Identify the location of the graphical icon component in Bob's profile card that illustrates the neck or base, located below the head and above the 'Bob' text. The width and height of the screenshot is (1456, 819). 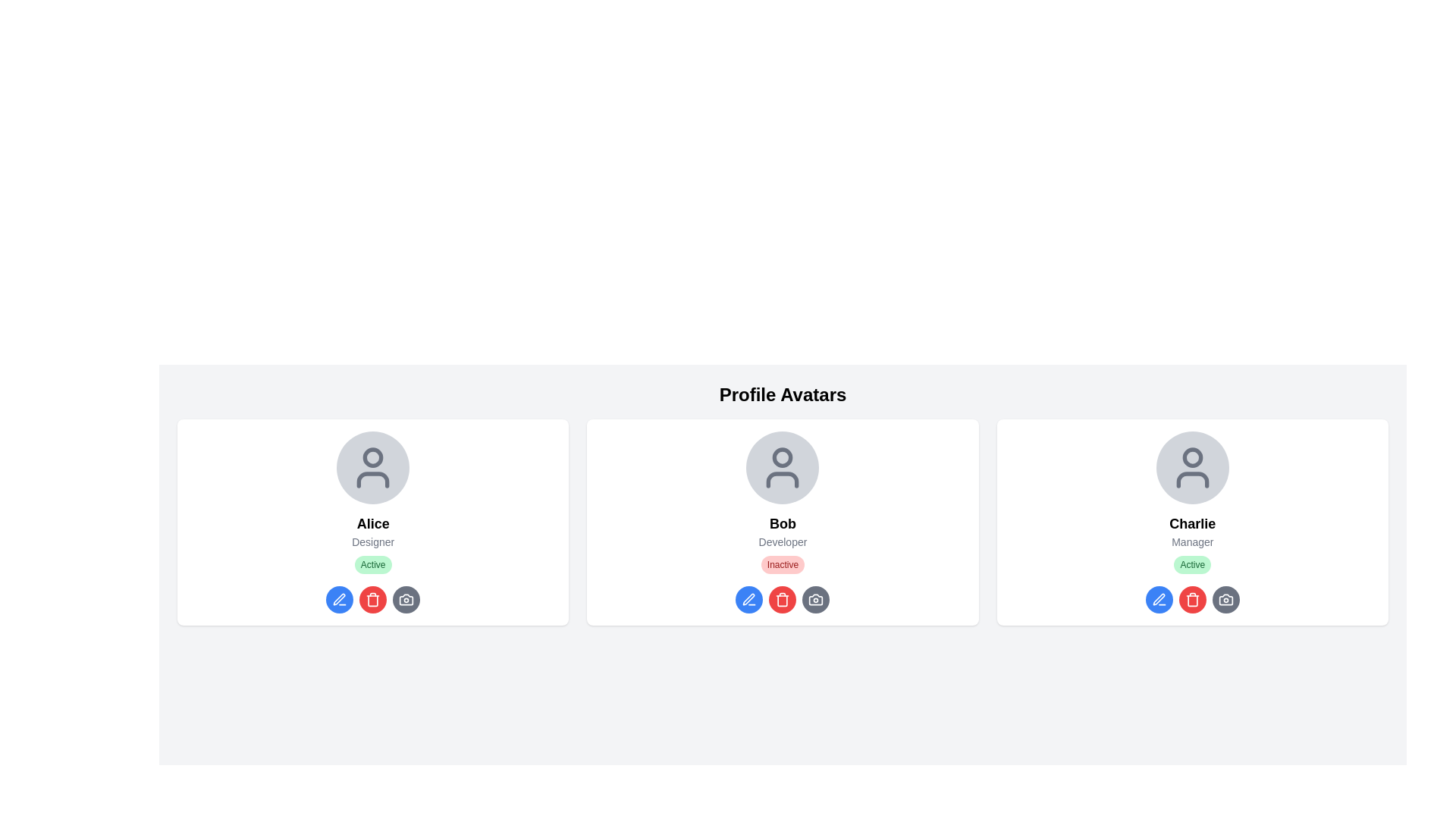
(783, 479).